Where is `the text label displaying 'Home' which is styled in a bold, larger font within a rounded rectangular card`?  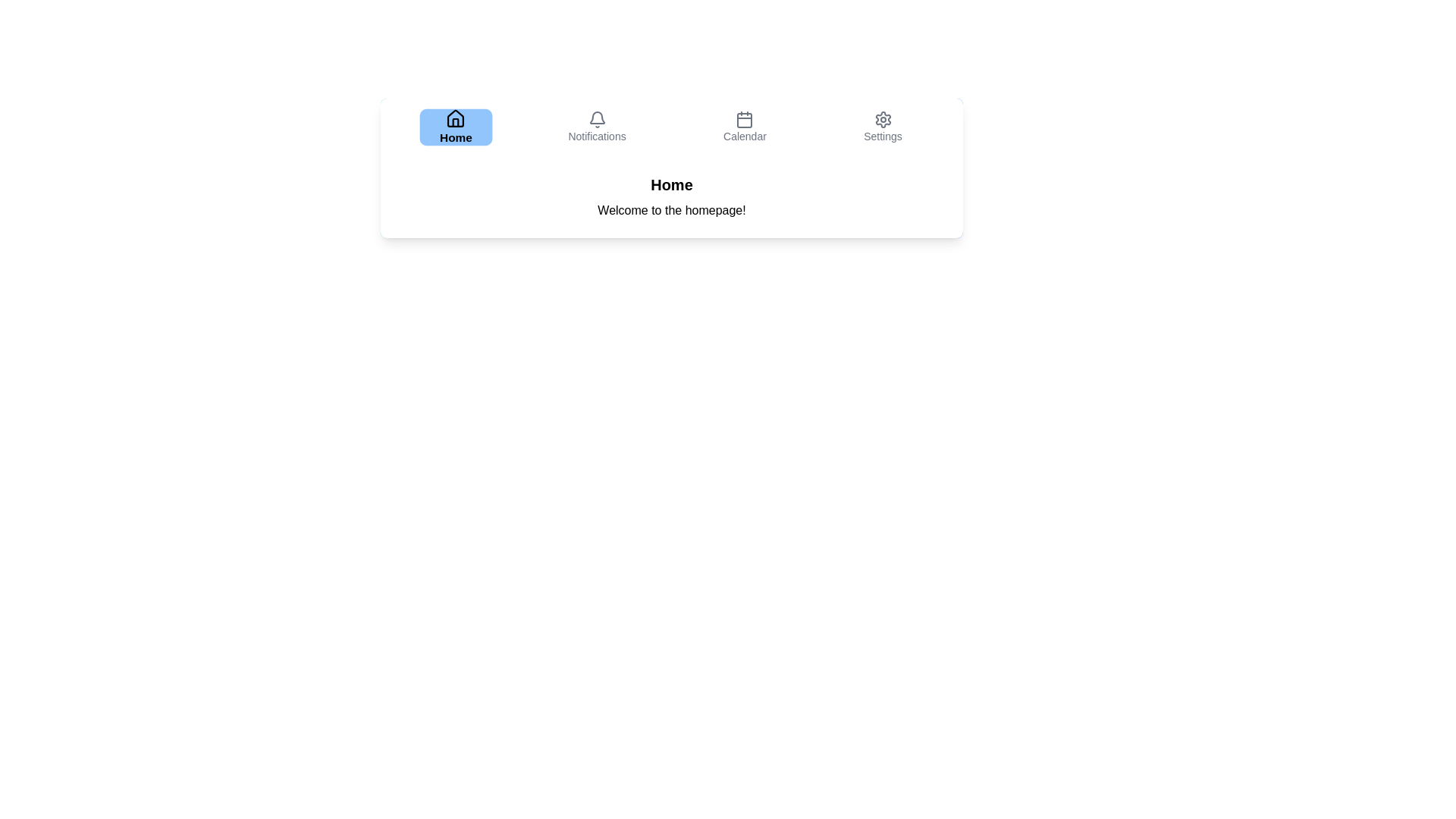 the text label displaying 'Home' which is styled in a bold, larger font within a rounded rectangular card is located at coordinates (671, 184).